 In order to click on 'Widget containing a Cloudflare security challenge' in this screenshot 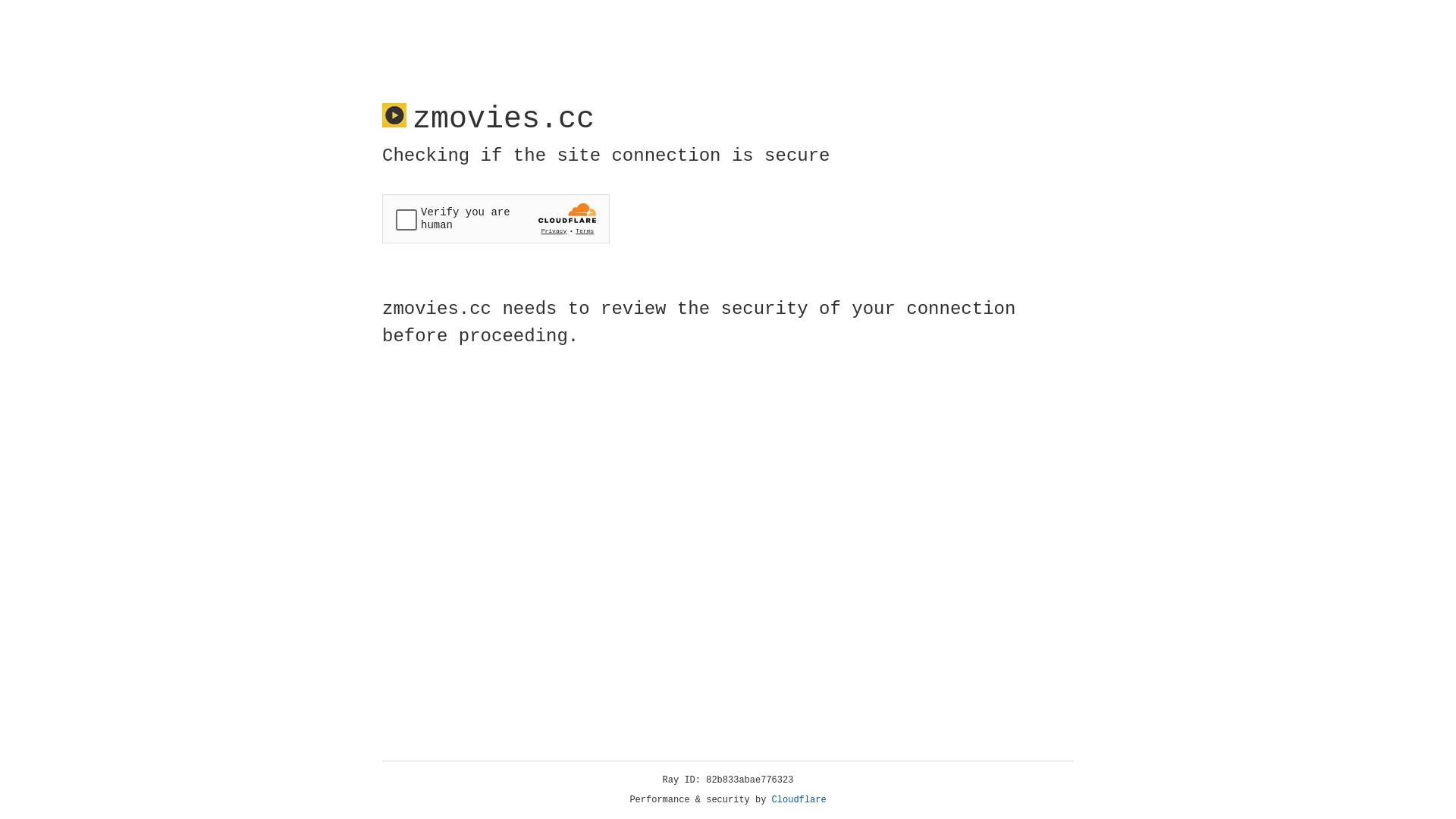, I will do `click(495, 218)`.